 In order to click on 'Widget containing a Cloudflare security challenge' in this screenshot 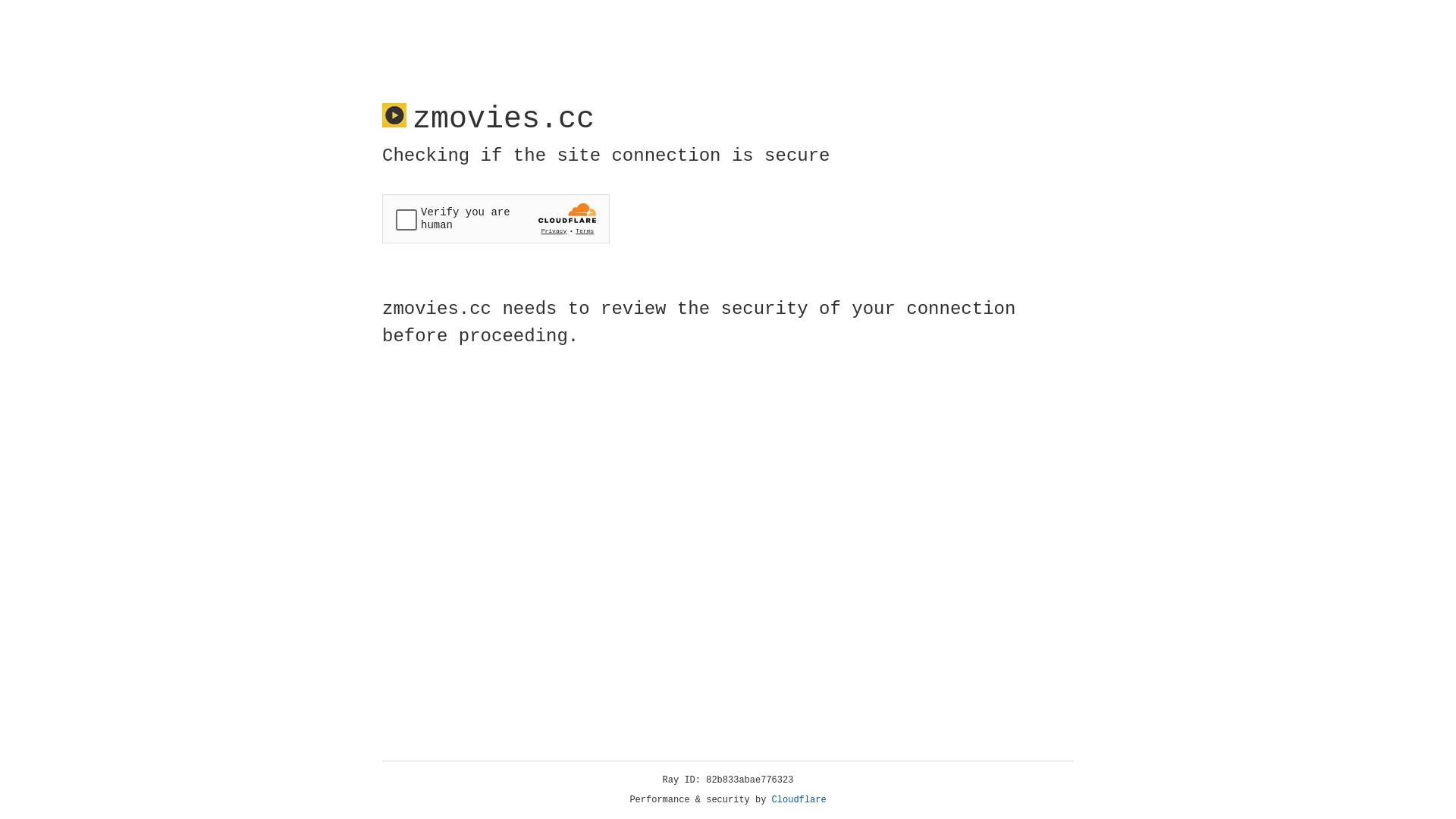, I will do `click(495, 218)`.